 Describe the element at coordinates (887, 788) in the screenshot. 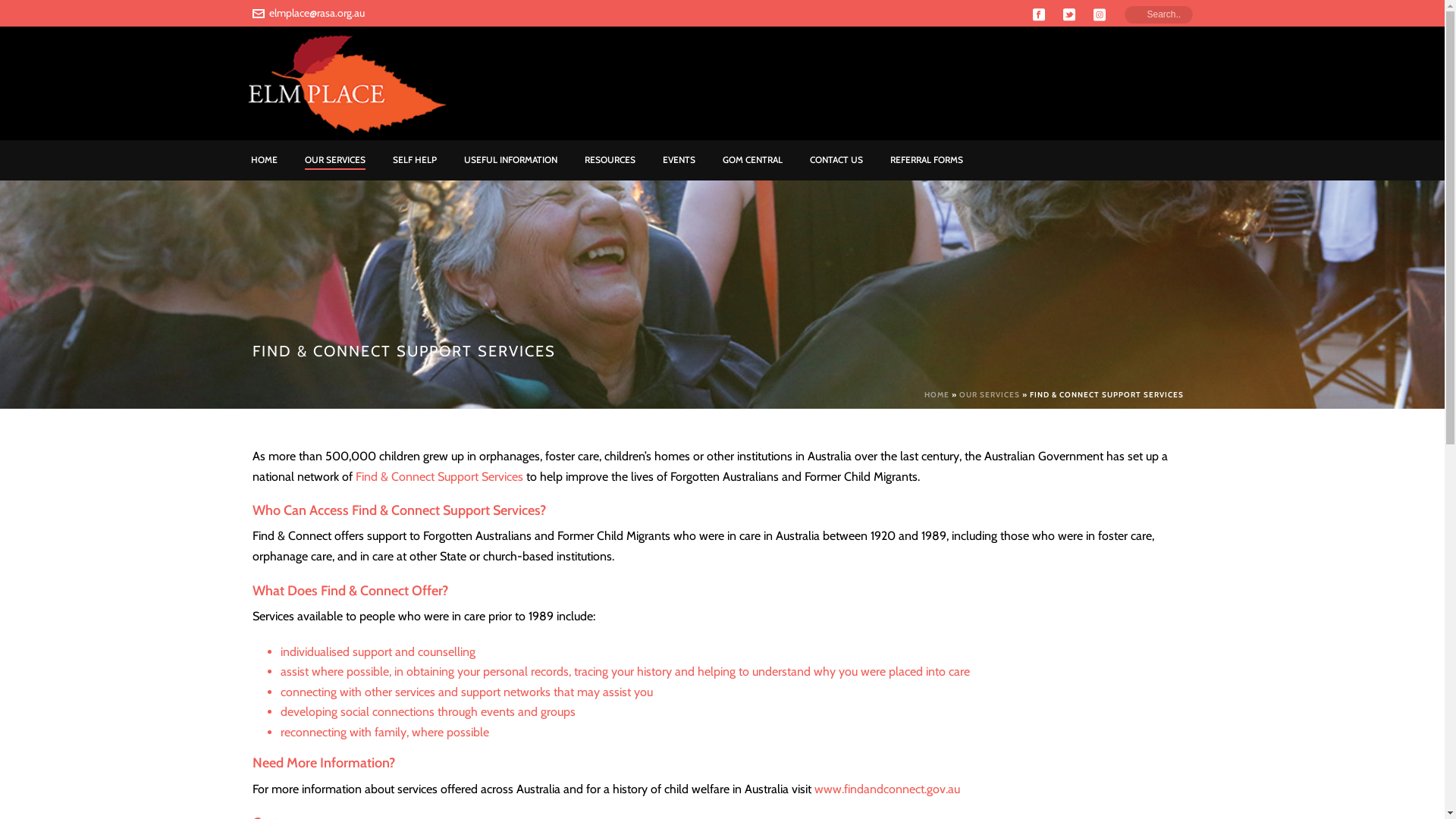

I see `'www.findandconnect.gov.au'` at that location.